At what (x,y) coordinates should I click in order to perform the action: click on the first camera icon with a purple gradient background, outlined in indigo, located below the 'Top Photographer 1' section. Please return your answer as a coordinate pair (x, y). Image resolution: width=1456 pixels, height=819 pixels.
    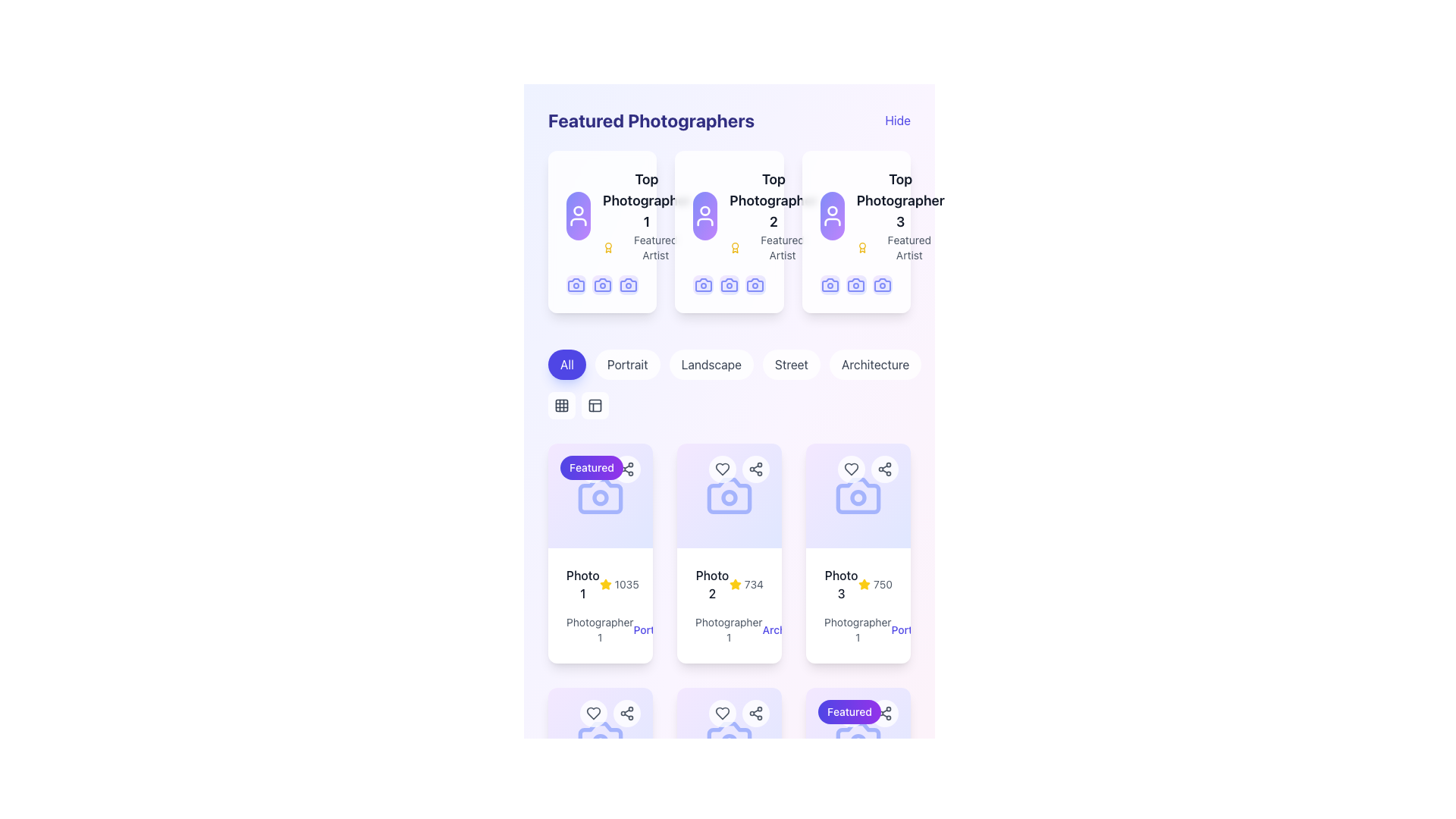
    Looking at the image, I should click on (576, 285).